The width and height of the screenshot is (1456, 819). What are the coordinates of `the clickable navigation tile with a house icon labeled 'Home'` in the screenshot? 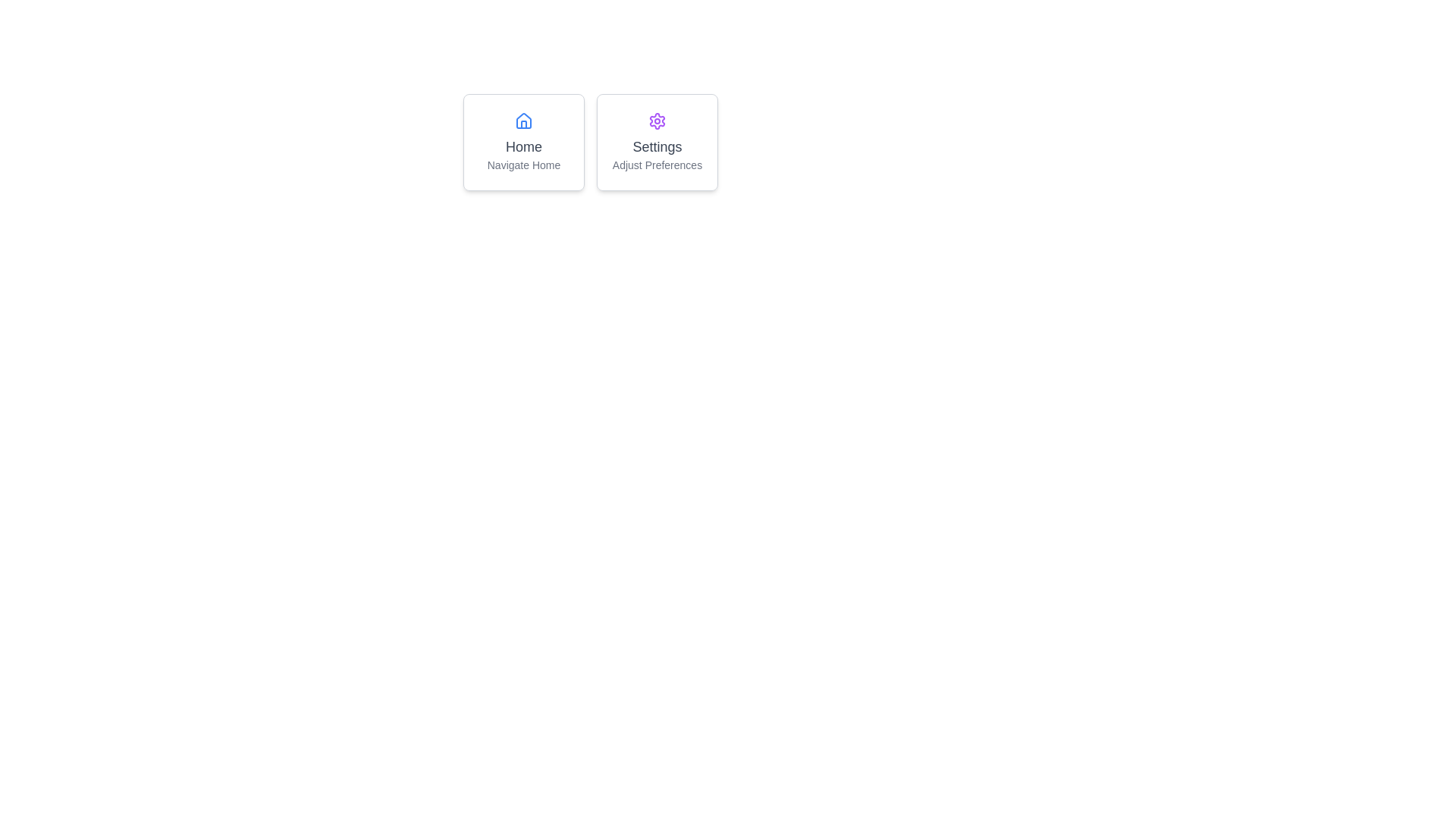 It's located at (524, 143).